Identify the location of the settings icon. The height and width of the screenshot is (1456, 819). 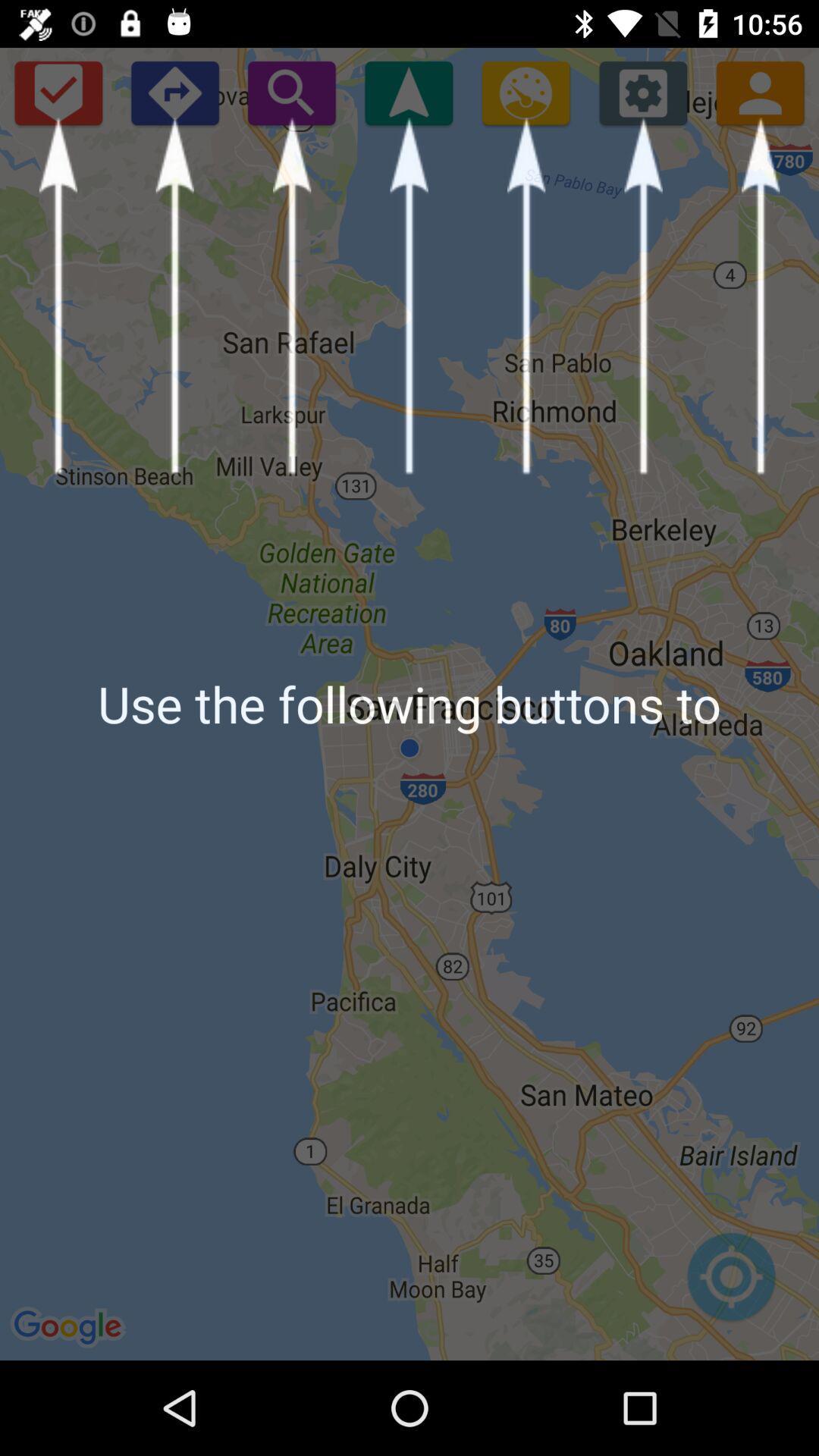
(643, 92).